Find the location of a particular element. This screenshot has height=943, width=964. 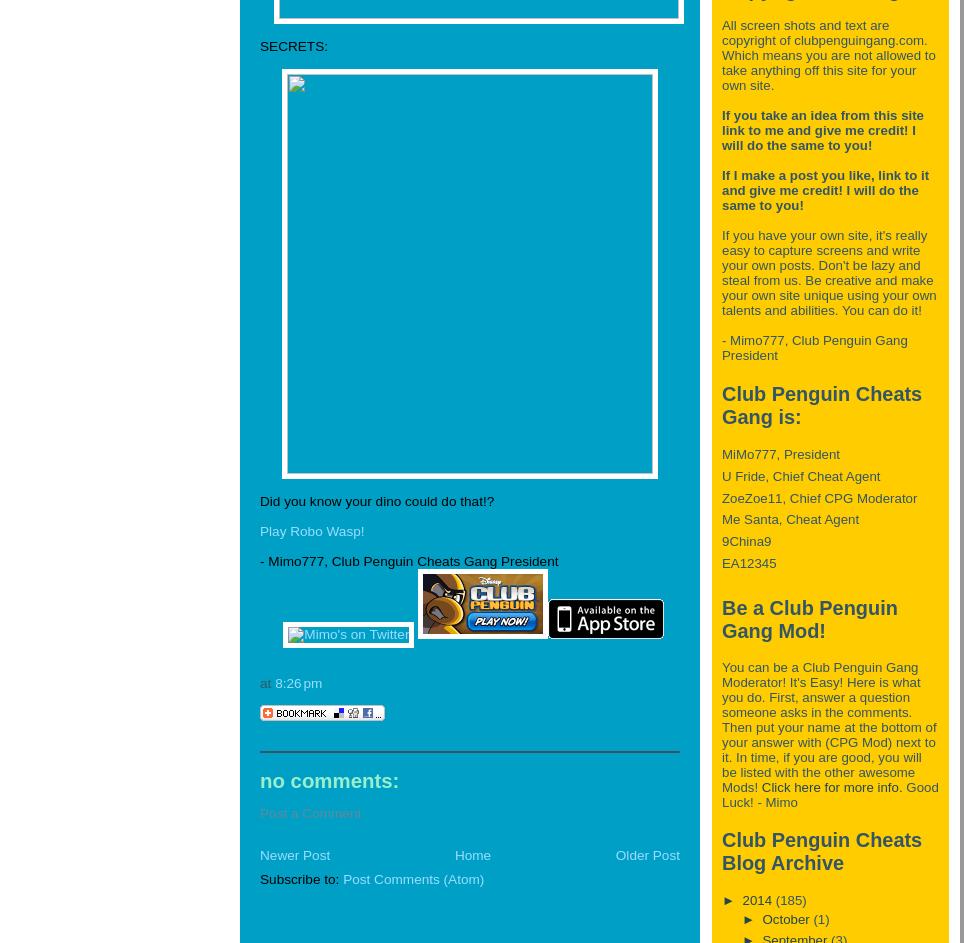

'Be a Club Penguin Gang Mod!' is located at coordinates (808, 618).